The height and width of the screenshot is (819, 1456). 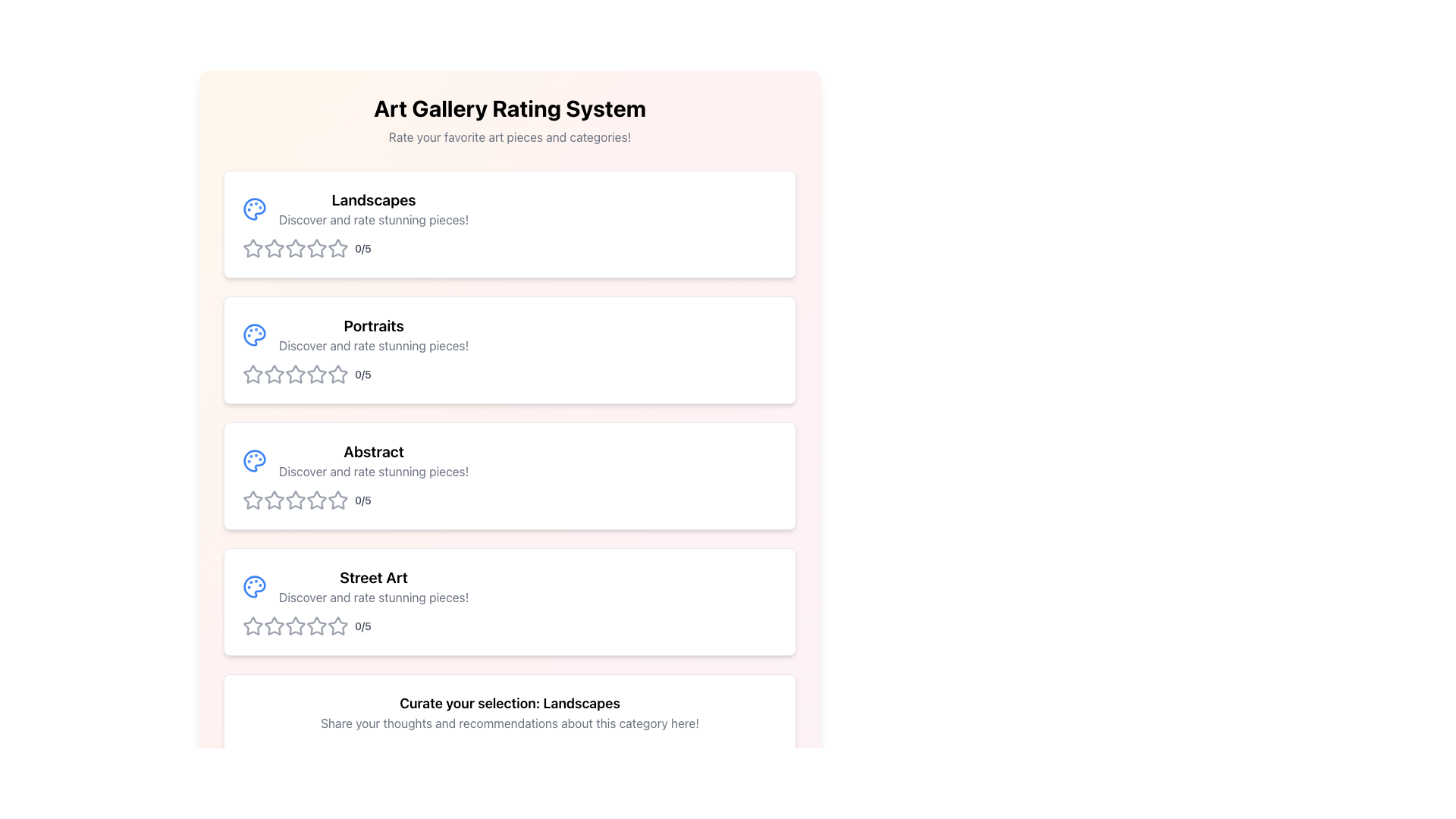 I want to click on the numerical text label "0/5" displayed in gray, which is positioned in the bottom-right corner of the "Street Art" category section, to the right of a row of star icons, so click(x=362, y=626).